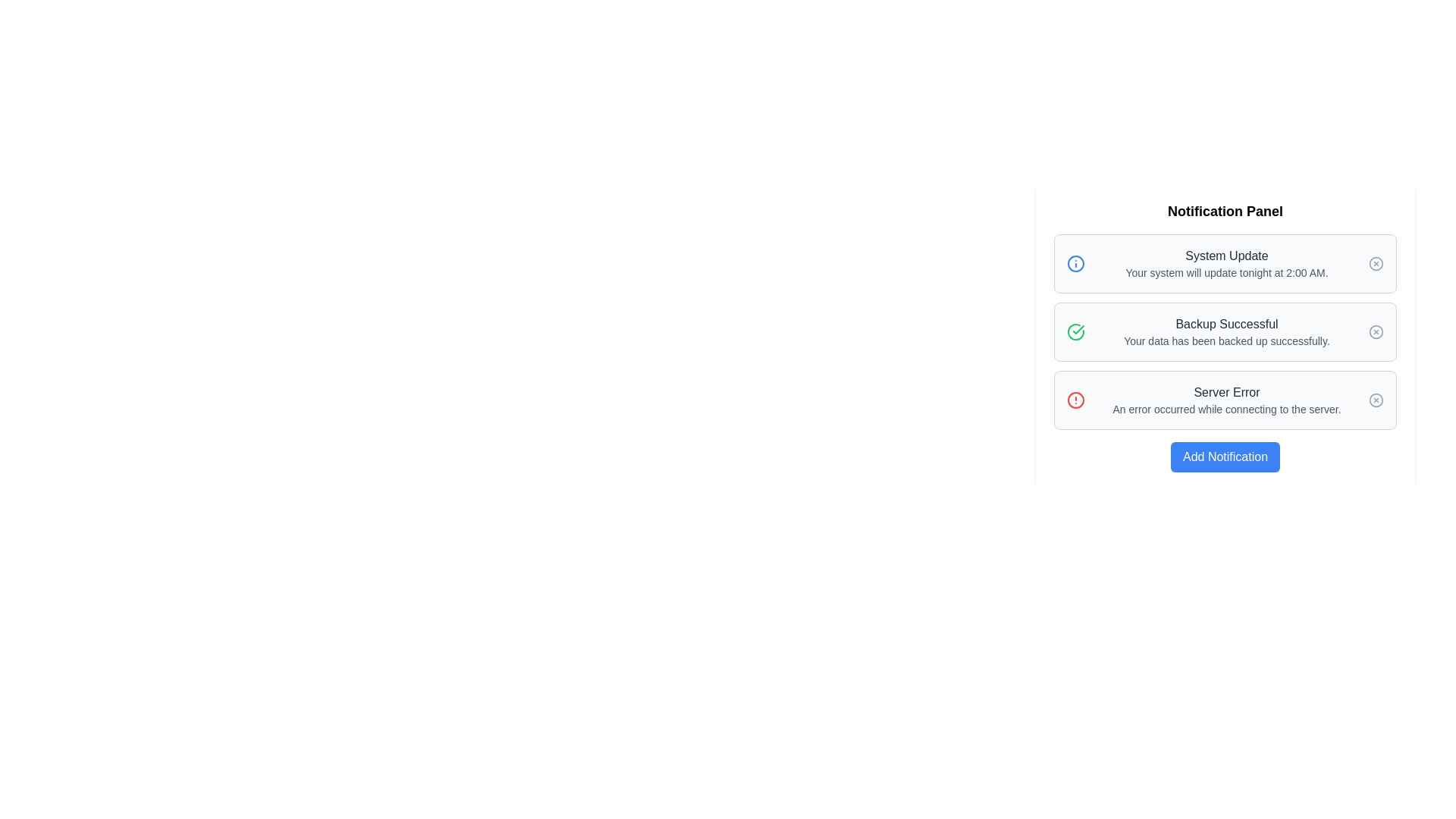  What do you see at coordinates (1225, 211) in the screenshot?
I see `bold heading text element stating 'Notification Panel' located at the top of the panel, which is horizontally centered and serves as an introductory title` at bounding box center [1225, 211].